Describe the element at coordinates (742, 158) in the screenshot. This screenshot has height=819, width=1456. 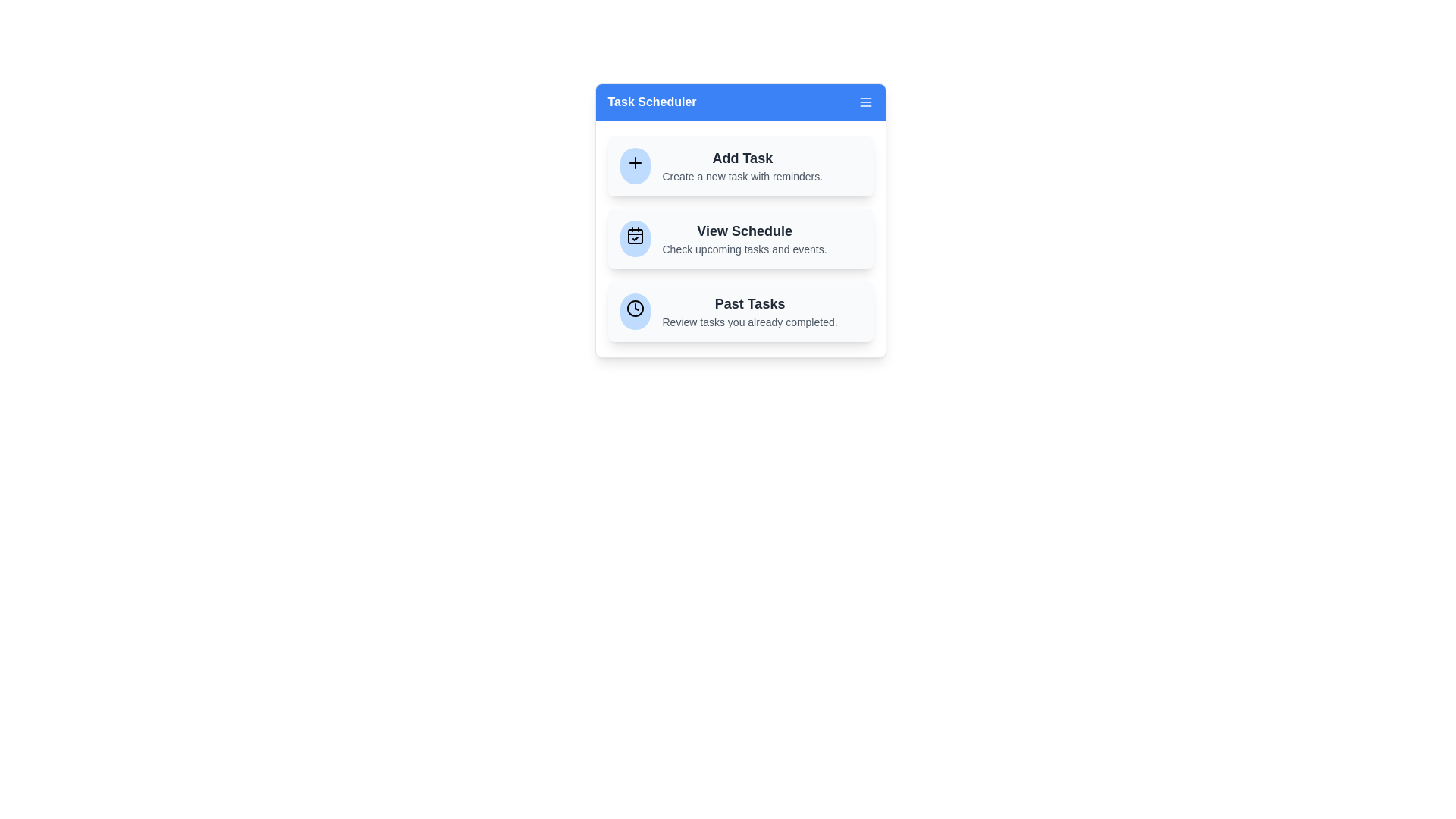
I see `the 'Add Task' button to initiate the creation of a new task` at that location.